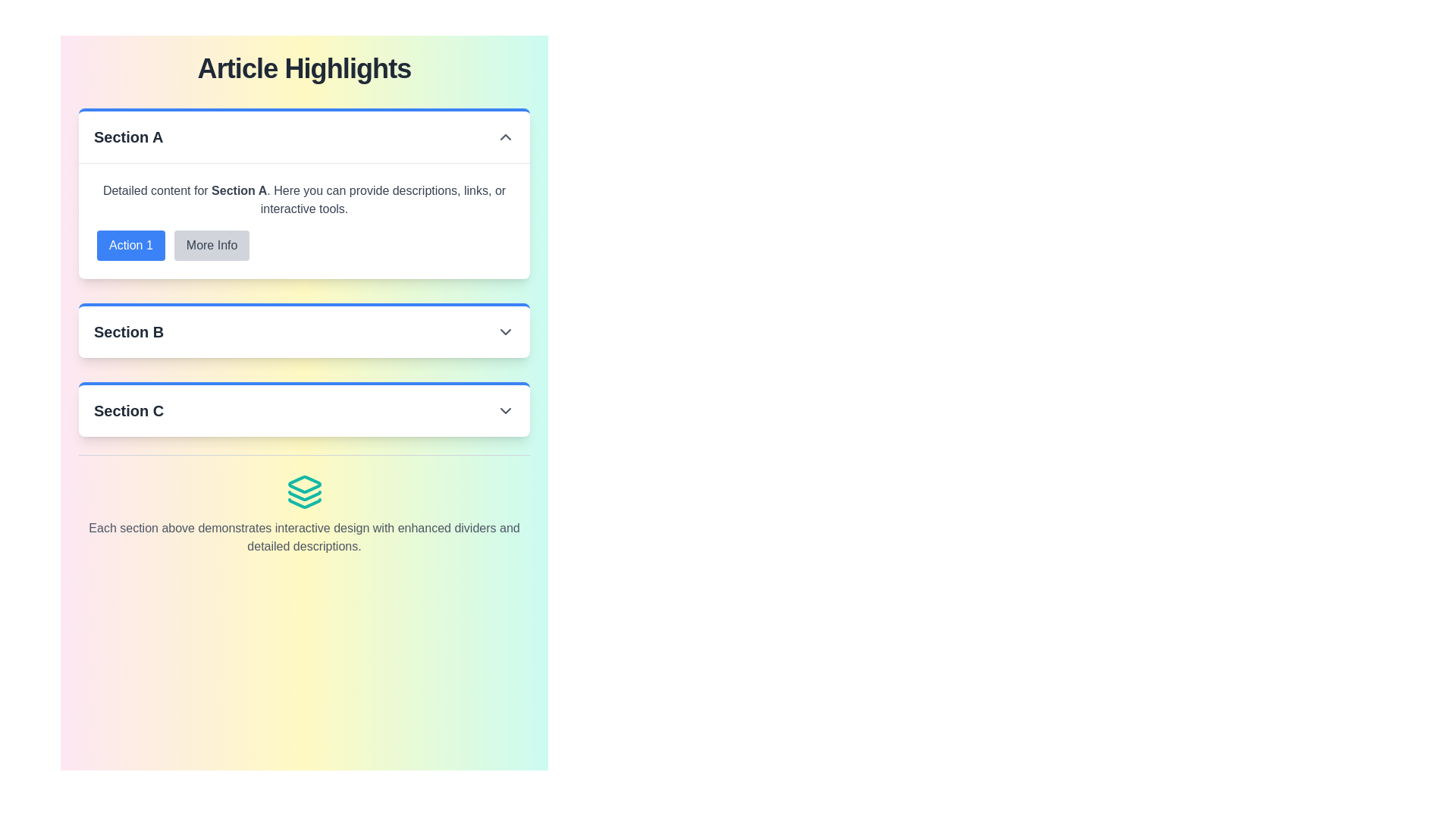 Image resolution: width=1456 pixels, height=819 pixels. Describe the element at coordinates (506, 331) in the screenshot. I see `the chevron icon located to the far right of the 'Section B' header text` at that location.